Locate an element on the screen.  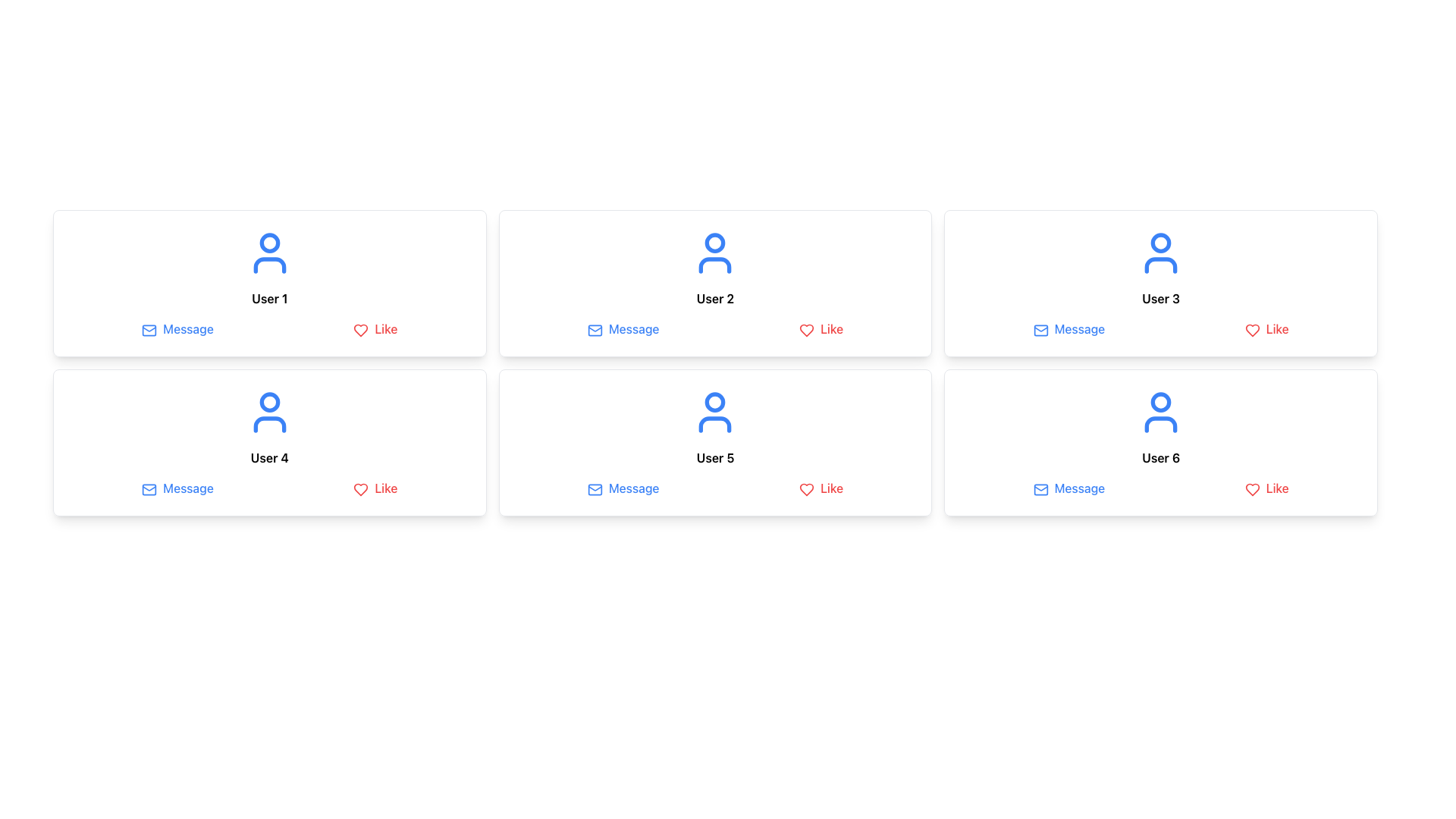
the blue circular head icon representing User 3, located at the top-center of the user avatar is located at coordinates (1160, 242).